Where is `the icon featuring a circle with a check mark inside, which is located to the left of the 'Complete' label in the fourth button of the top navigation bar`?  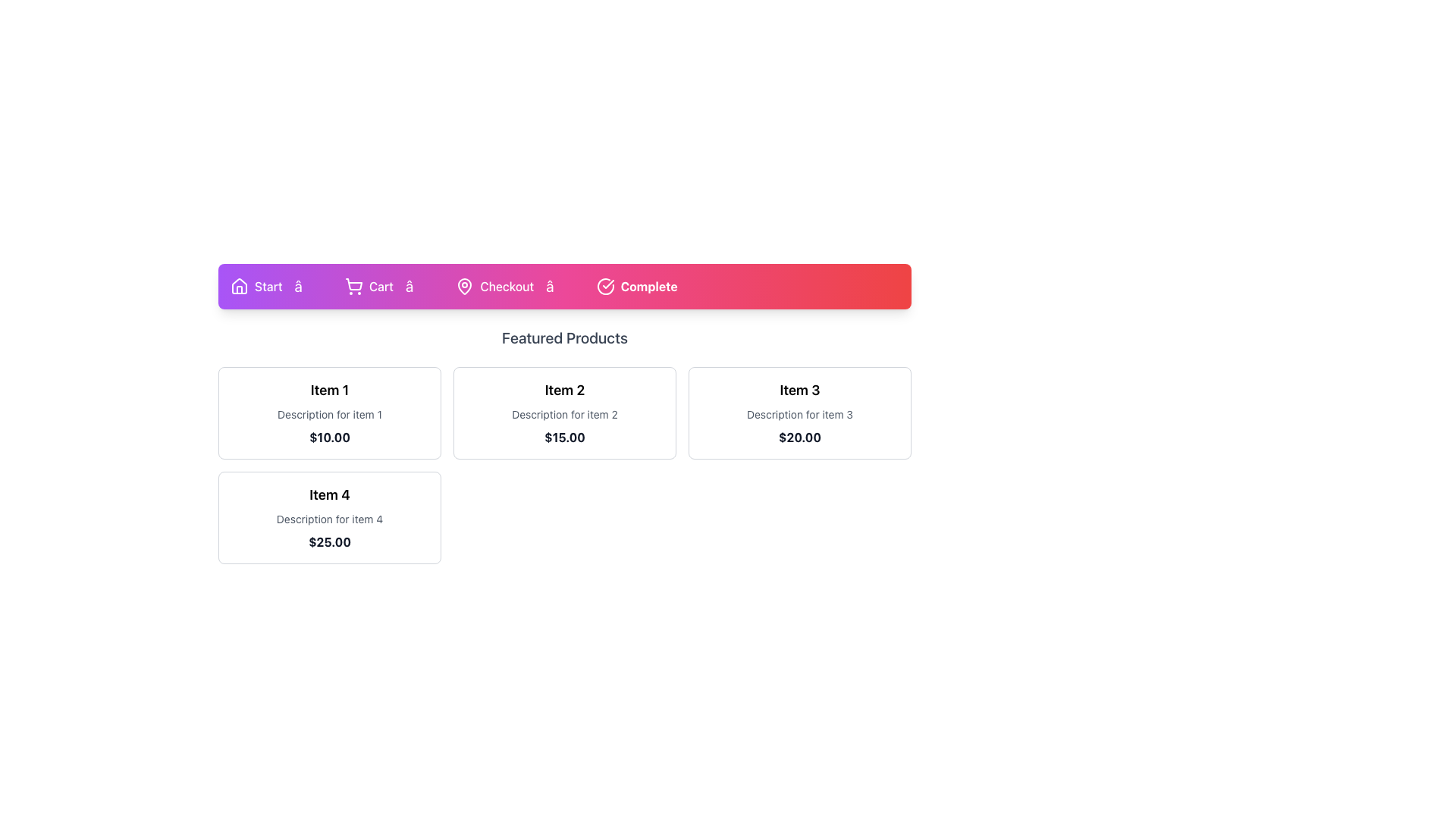 the icon featuring a circle with a check mark inside, which is located to the left of the 'Complete' label in the fourth button of the top navigation bar is located at coordinates (604, 287).